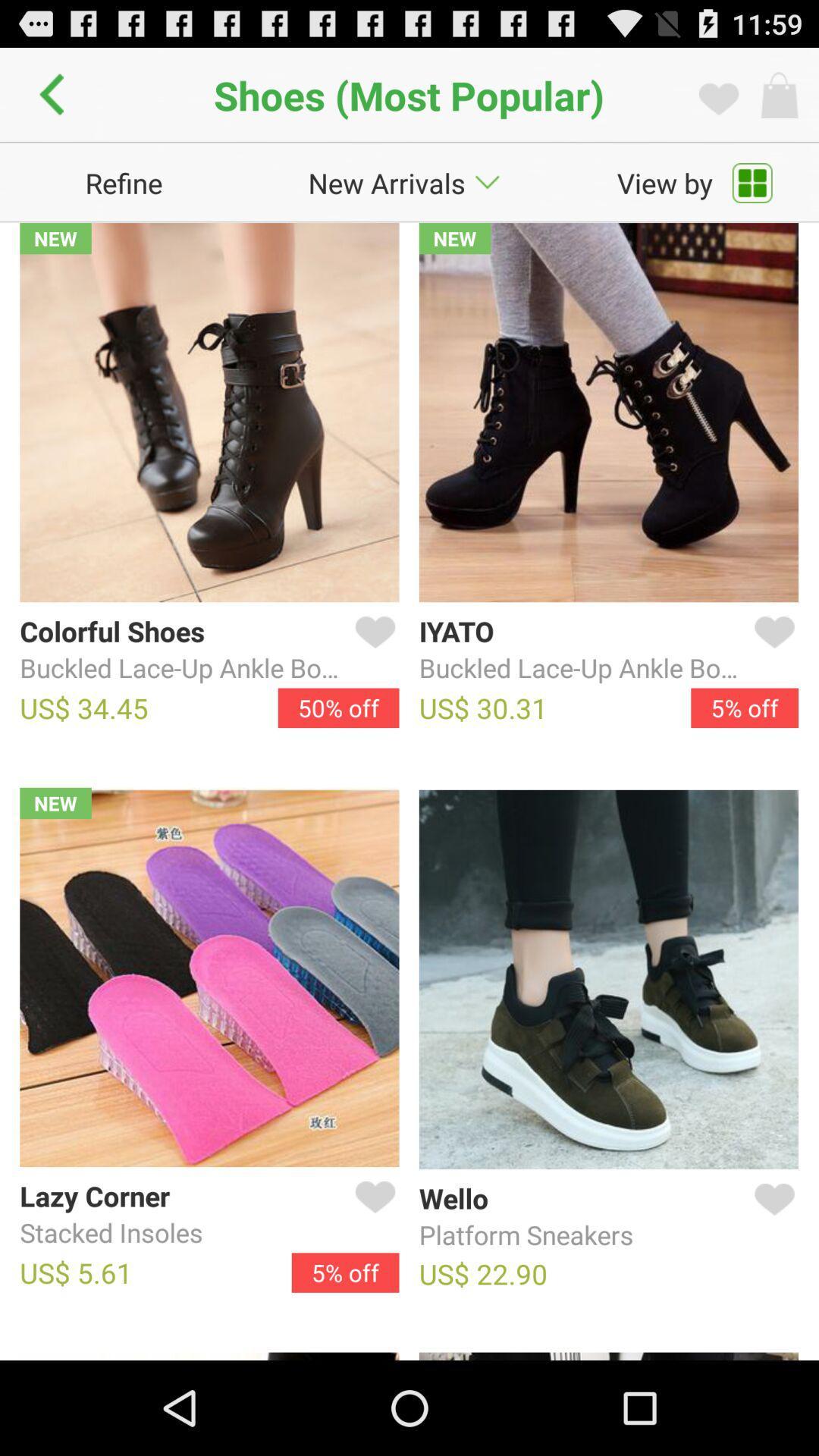 This screenshot has height=1456, width=819. Describe the element at coordinates (55, 94) in the screenshot. I see `go back` at that location.